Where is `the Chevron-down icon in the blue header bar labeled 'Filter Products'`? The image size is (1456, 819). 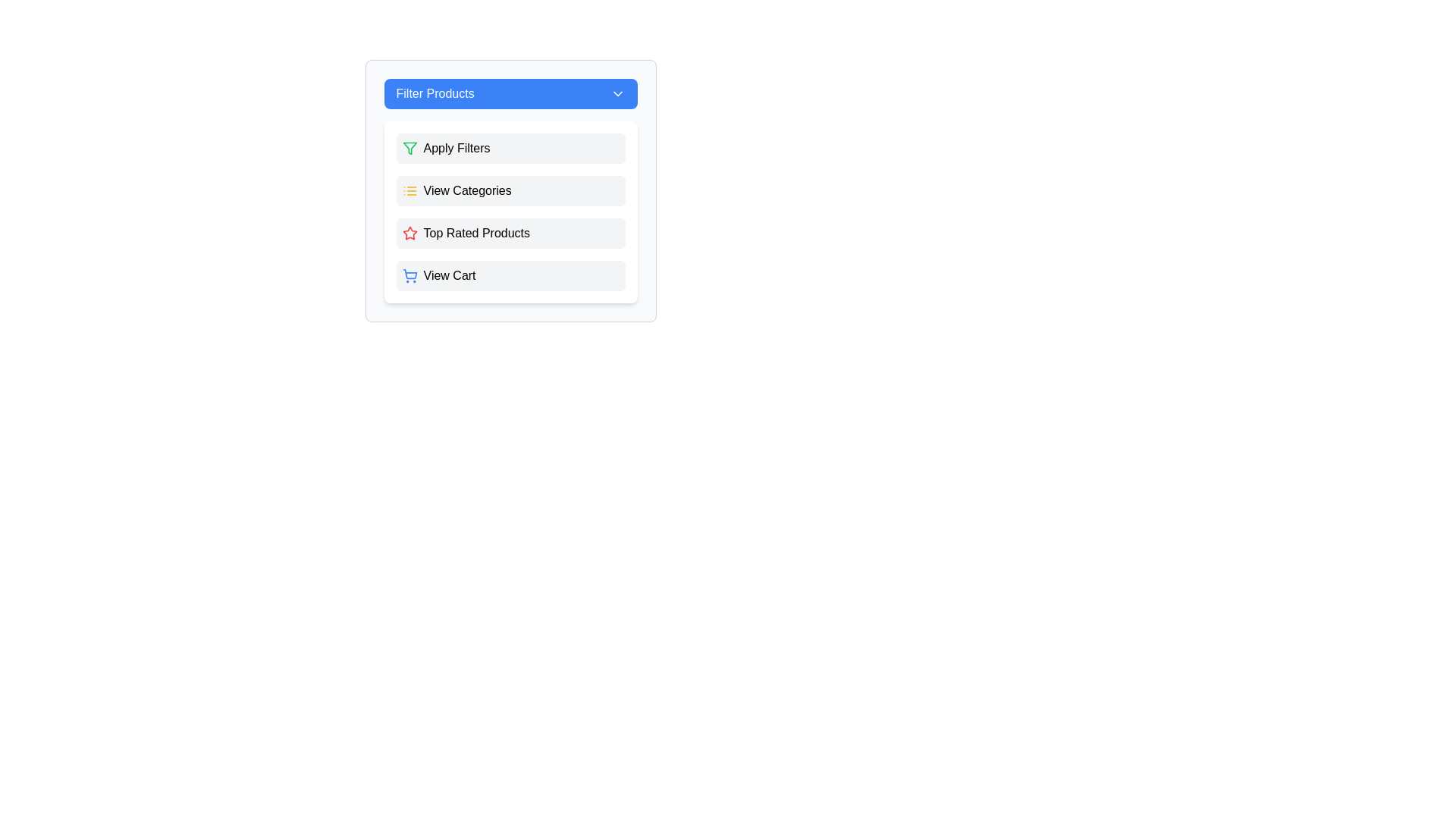 the Chevron-down icon in the blue header bar labeled 'Filter Products' is located at coordinates (617, 93).